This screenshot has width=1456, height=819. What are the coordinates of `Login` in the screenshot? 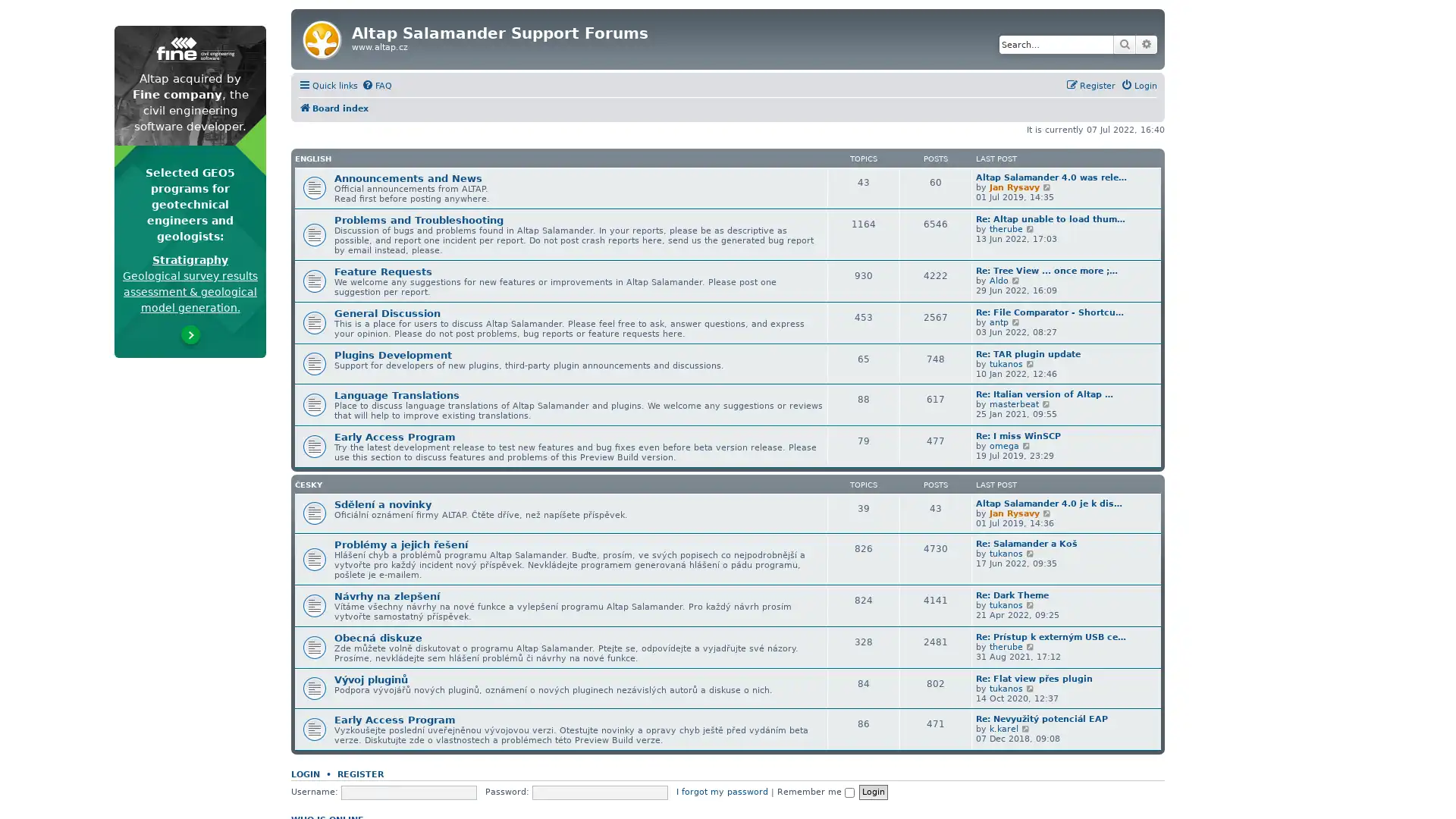 It's located at (873, 791).